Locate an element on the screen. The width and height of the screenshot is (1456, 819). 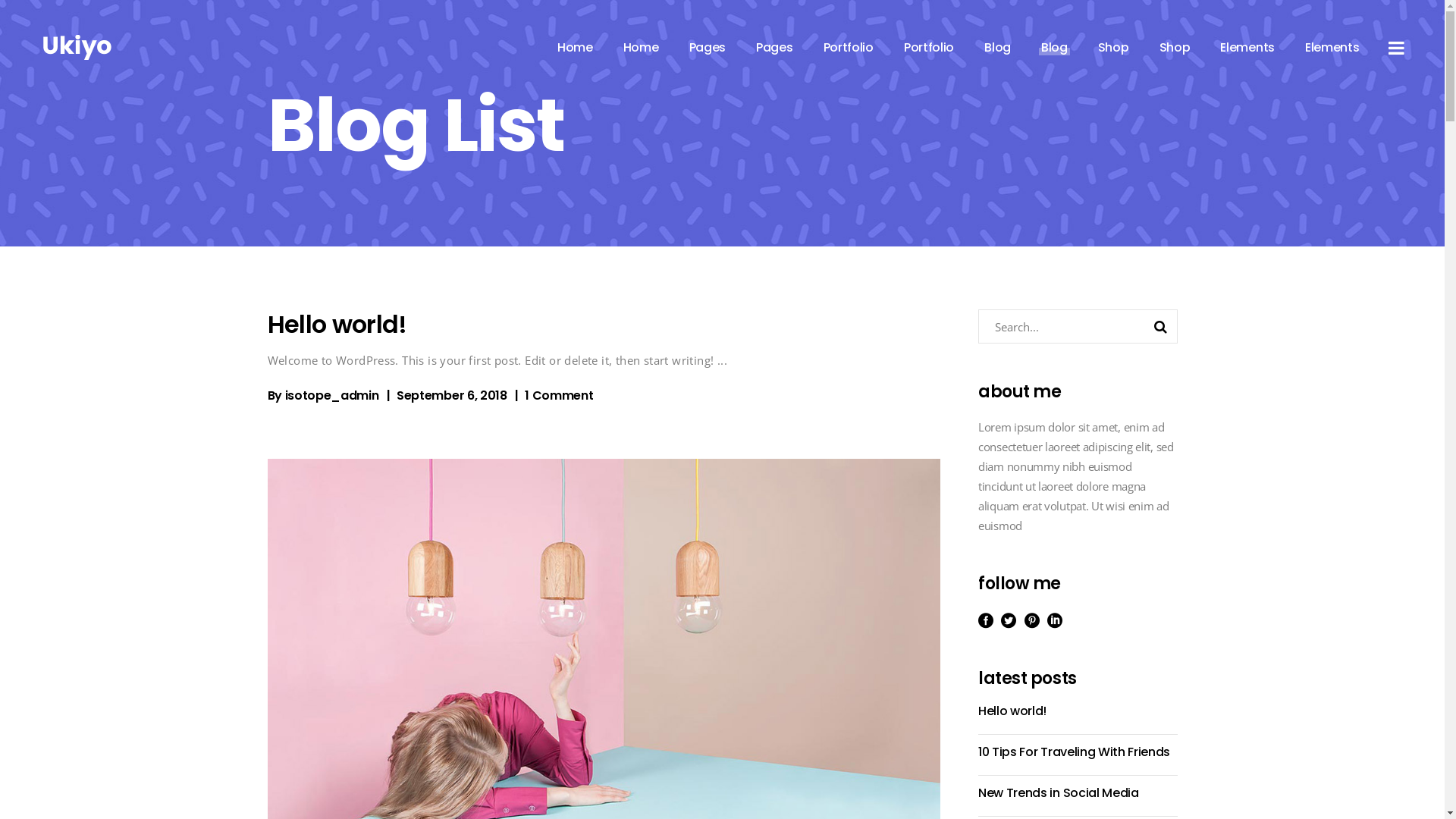
'Shop' is located at coordinates (1113, 46).